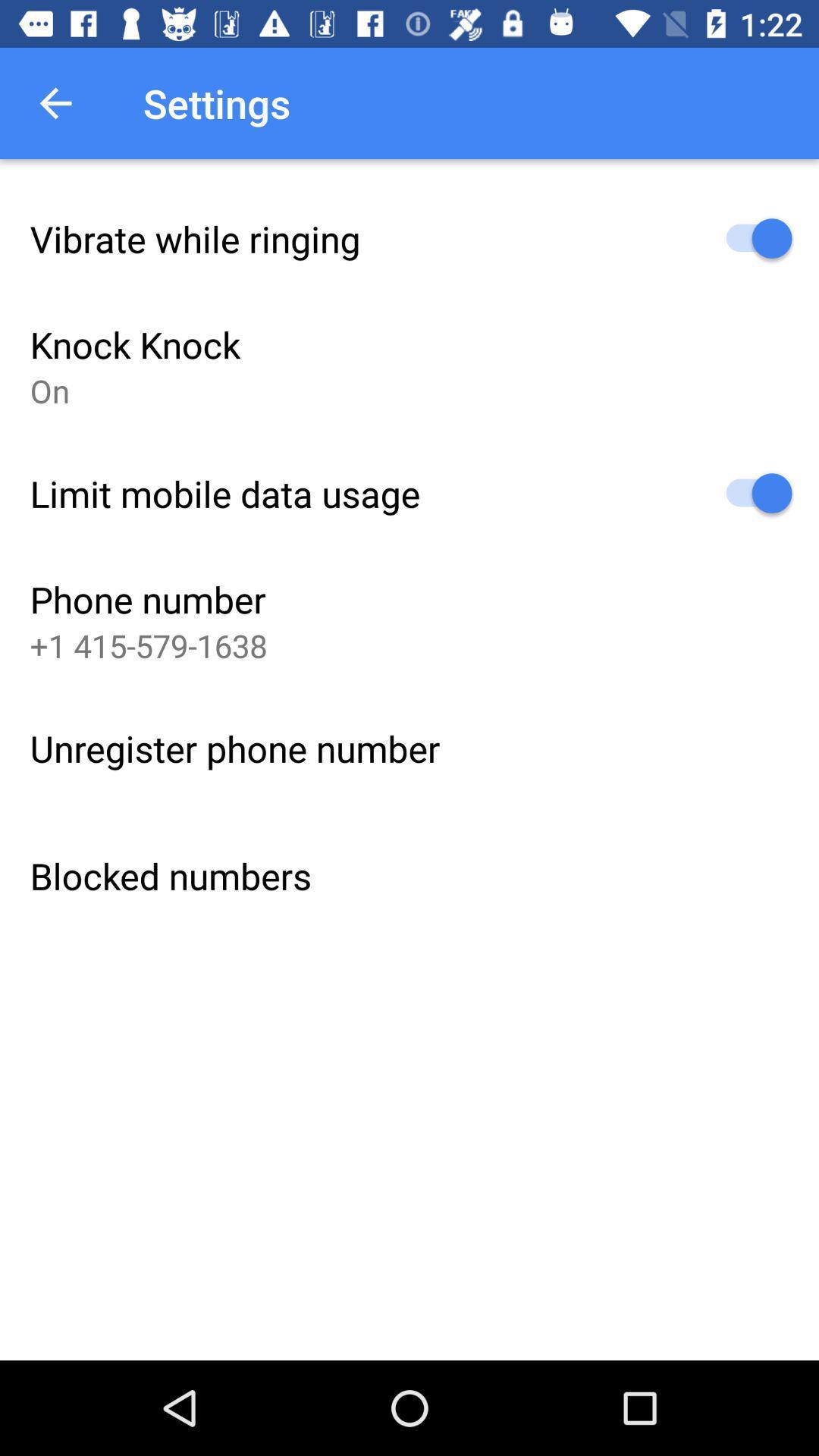 The width and height of the screenshot is (819, 1456). Describe the element at coordinates (55, 102) in the screenshot. I see `the icon to the left of settings item` at that location.